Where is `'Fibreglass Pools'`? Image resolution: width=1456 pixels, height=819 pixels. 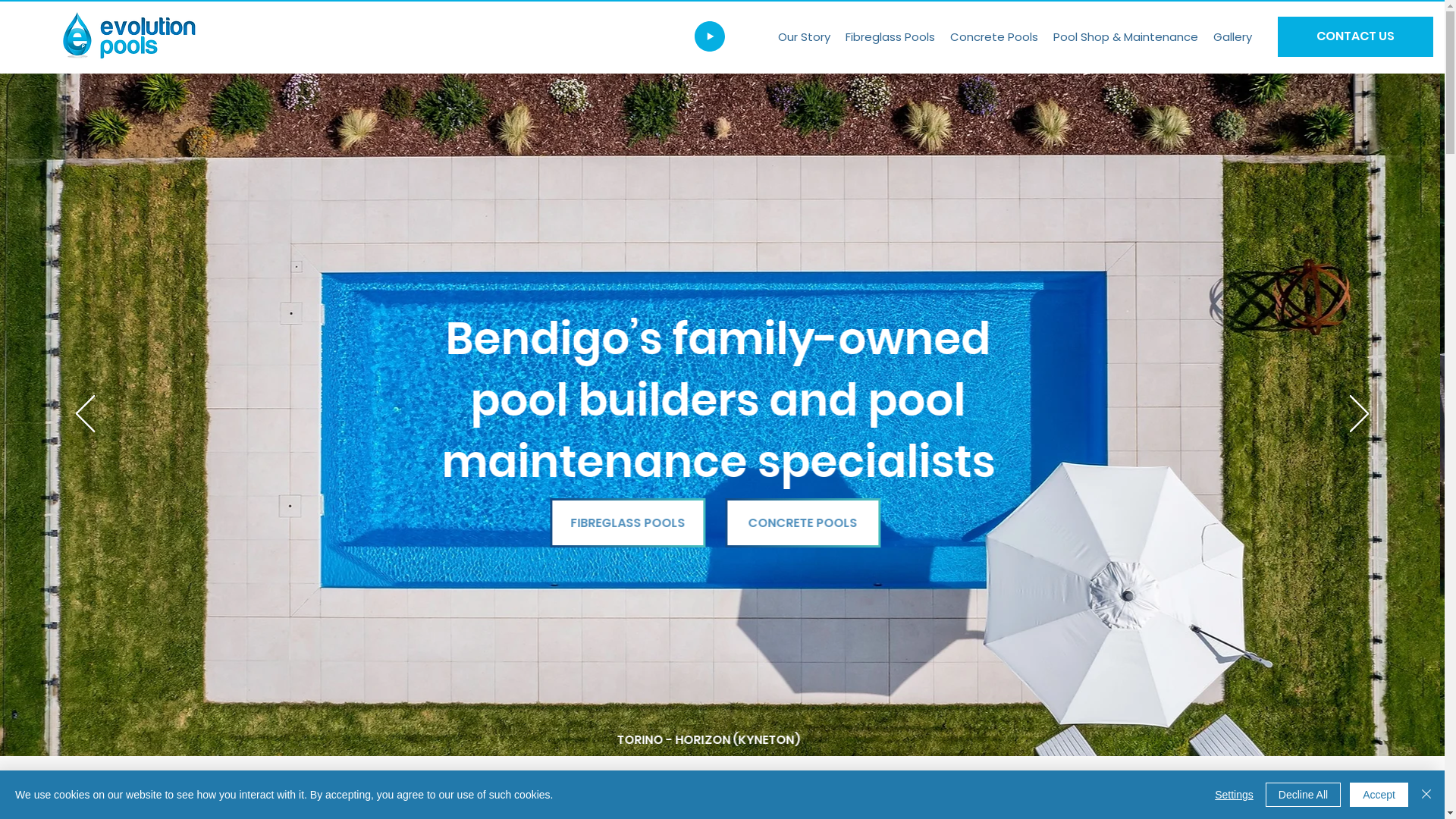 'Fibreglass Pools' is located at coordinates (890, 36).